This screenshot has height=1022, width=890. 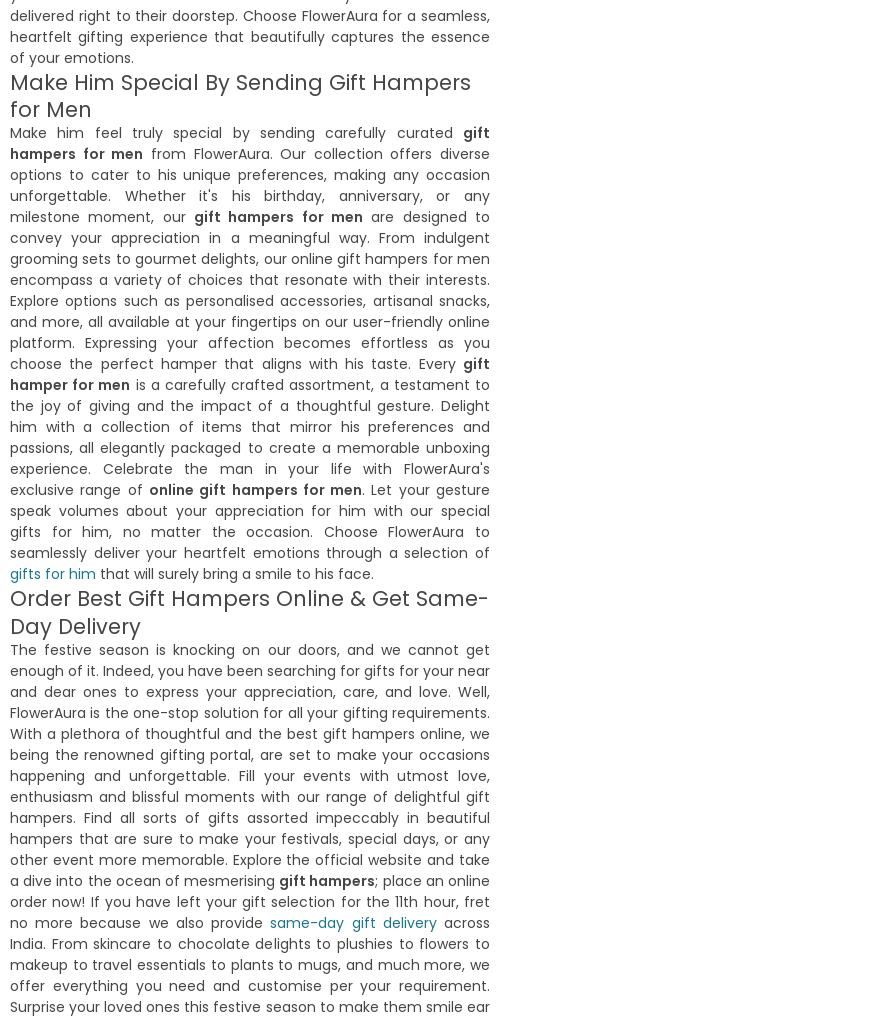 What do you see at coordinates (11, 532) in the screenshot?
I see `'Complete Skin N Hair Care Hamper'` at bounding box center [11, 532].